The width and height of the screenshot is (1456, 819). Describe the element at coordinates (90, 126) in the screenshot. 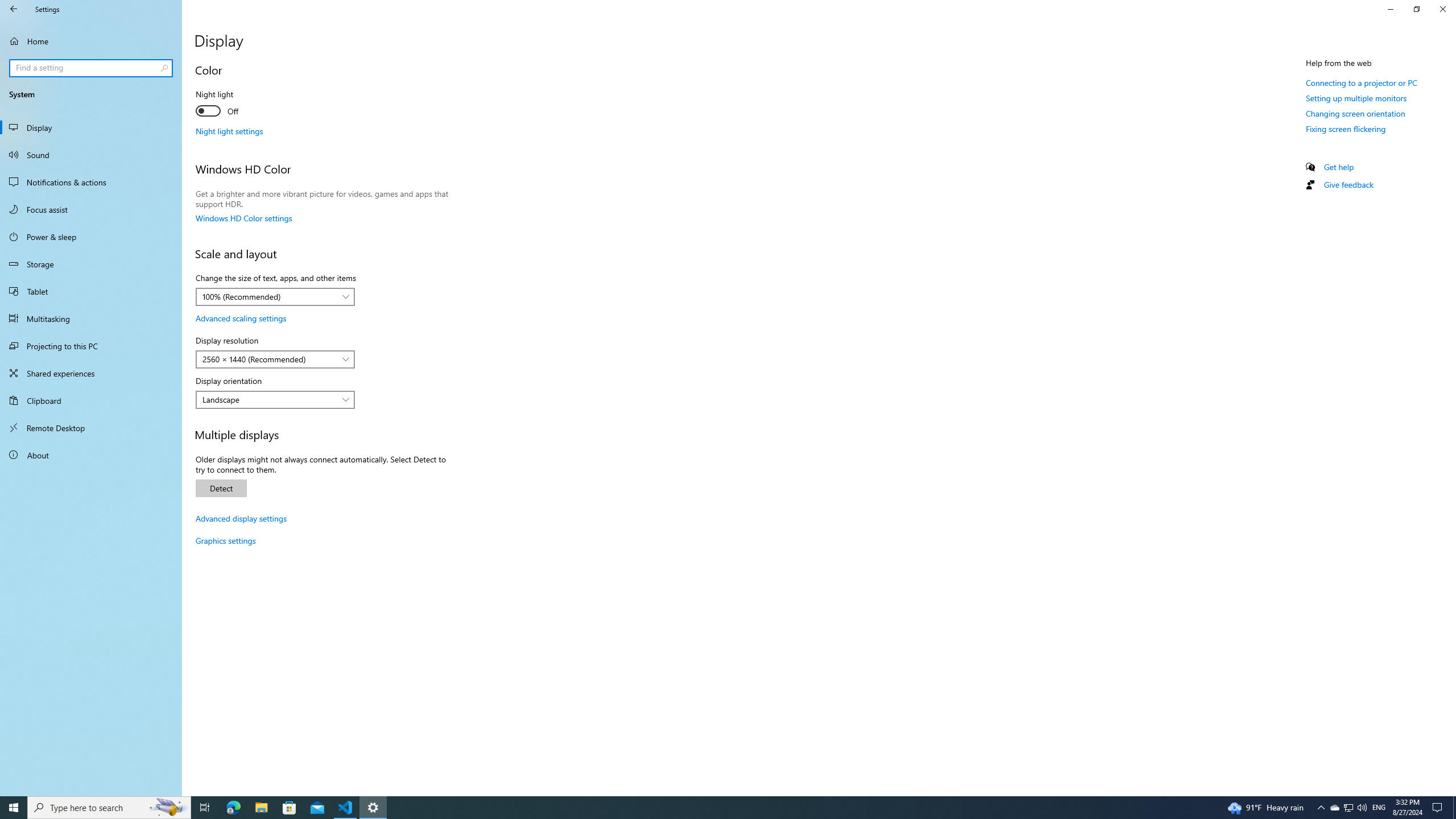

I see `'Display'` at that location.